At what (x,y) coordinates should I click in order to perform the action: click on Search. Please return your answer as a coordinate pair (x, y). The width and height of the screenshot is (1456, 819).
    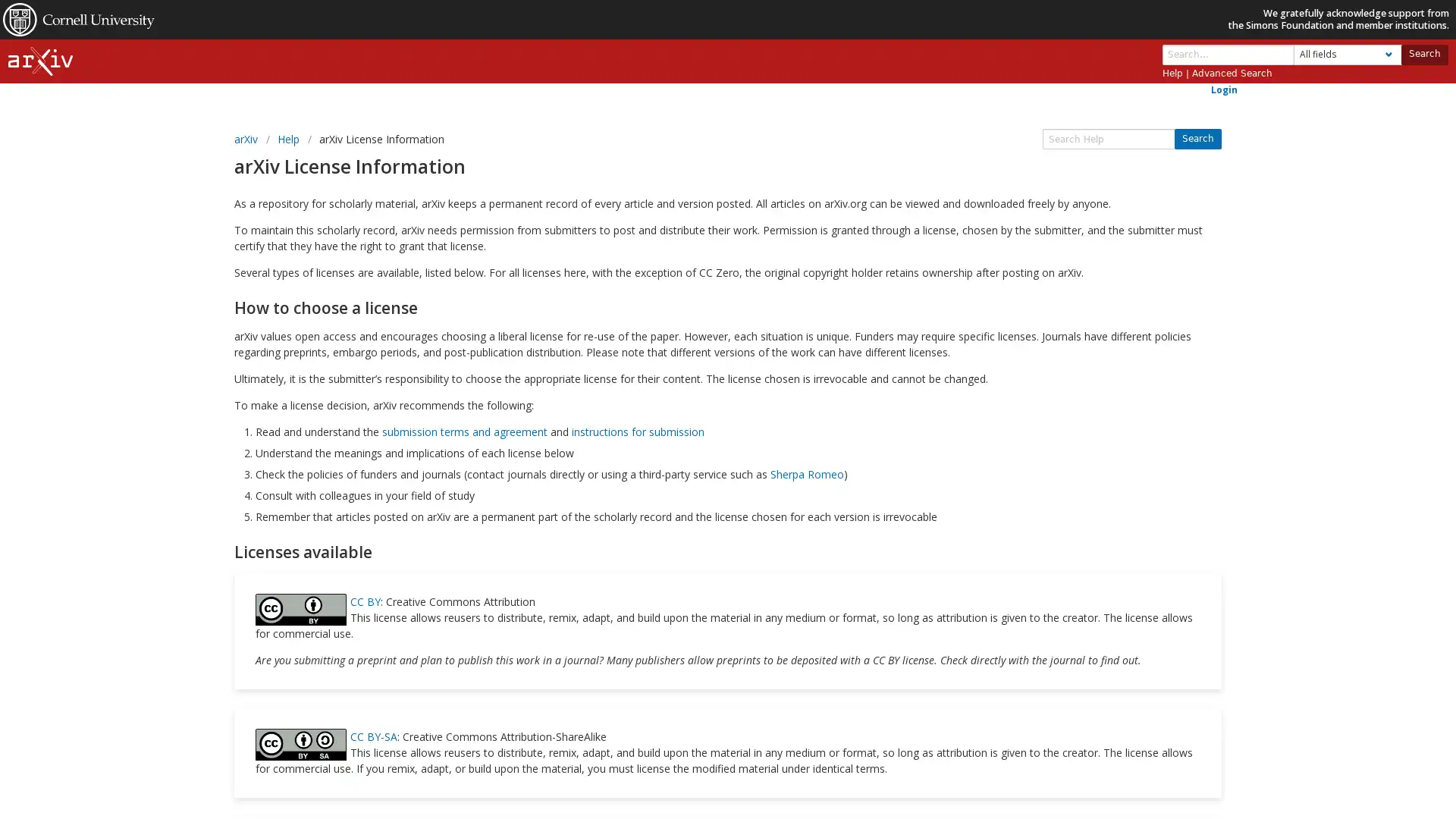
    Looking at the image, I should click on (1197, 139).